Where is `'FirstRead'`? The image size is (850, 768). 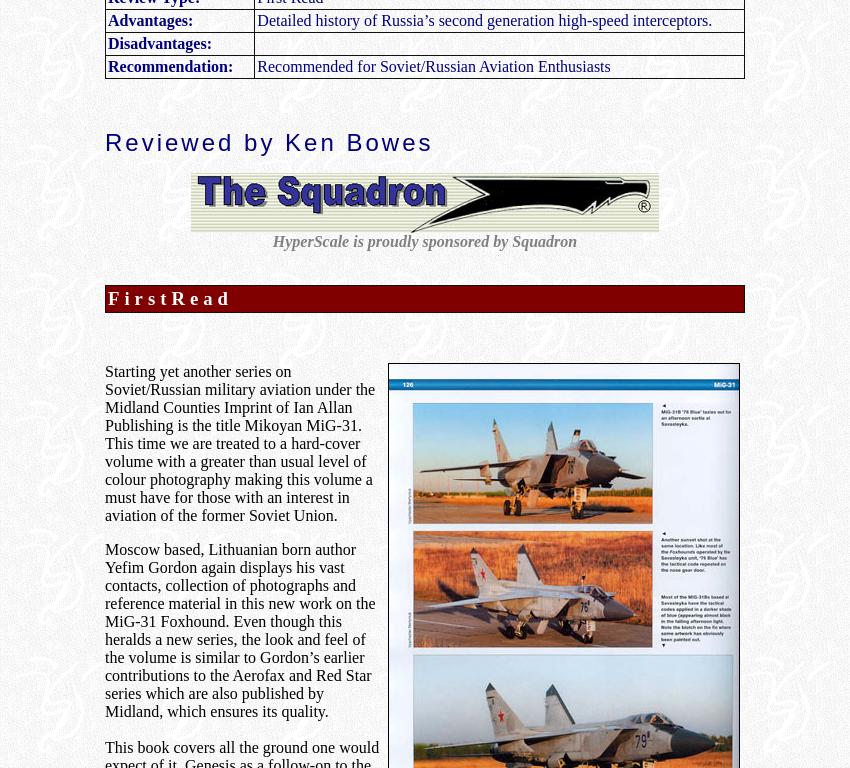
'FirstRead' is located at coordinates (170, 298).